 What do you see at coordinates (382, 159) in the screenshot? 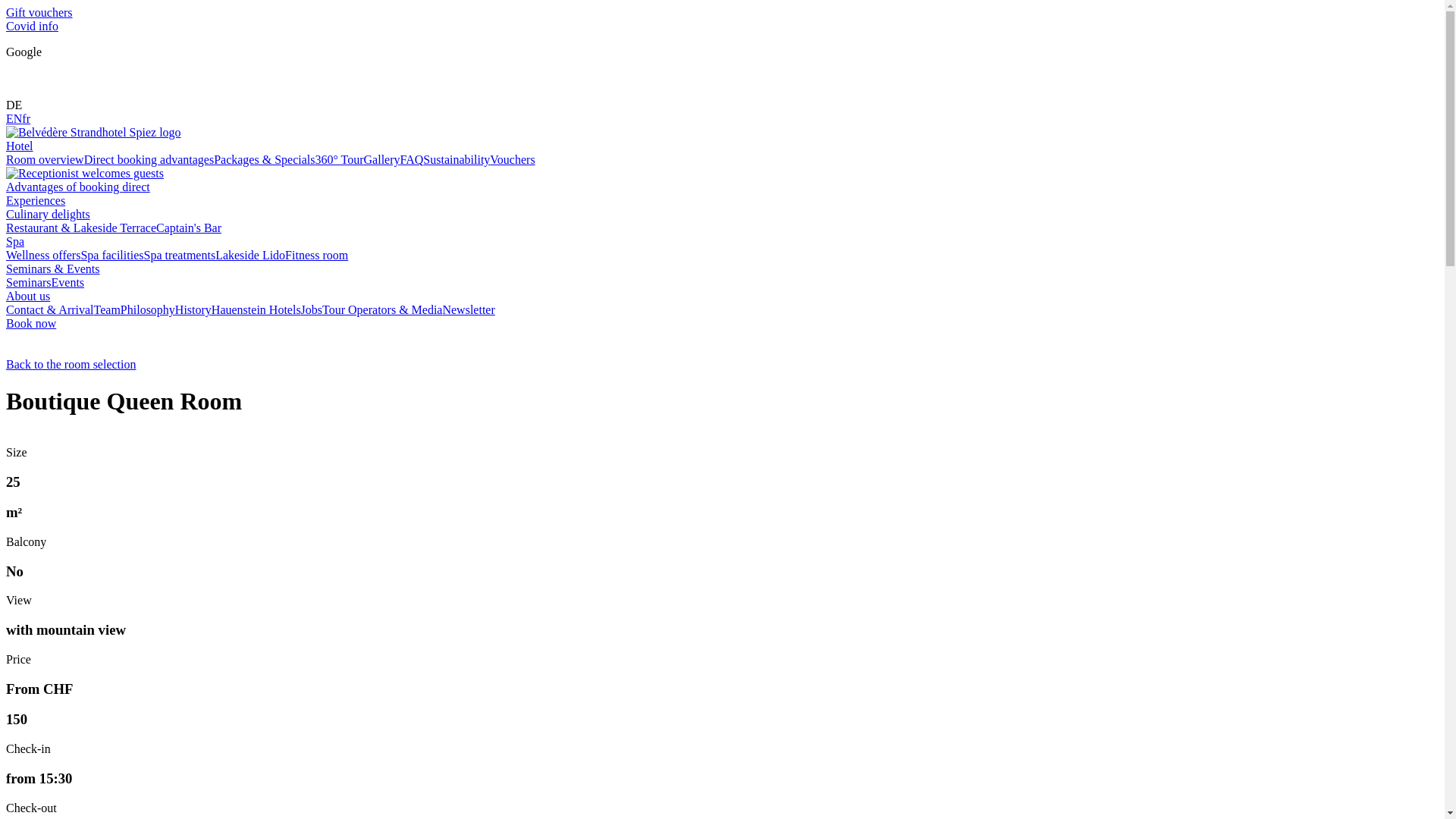
I see `'Gallery'` at bounding box center [382, 159].